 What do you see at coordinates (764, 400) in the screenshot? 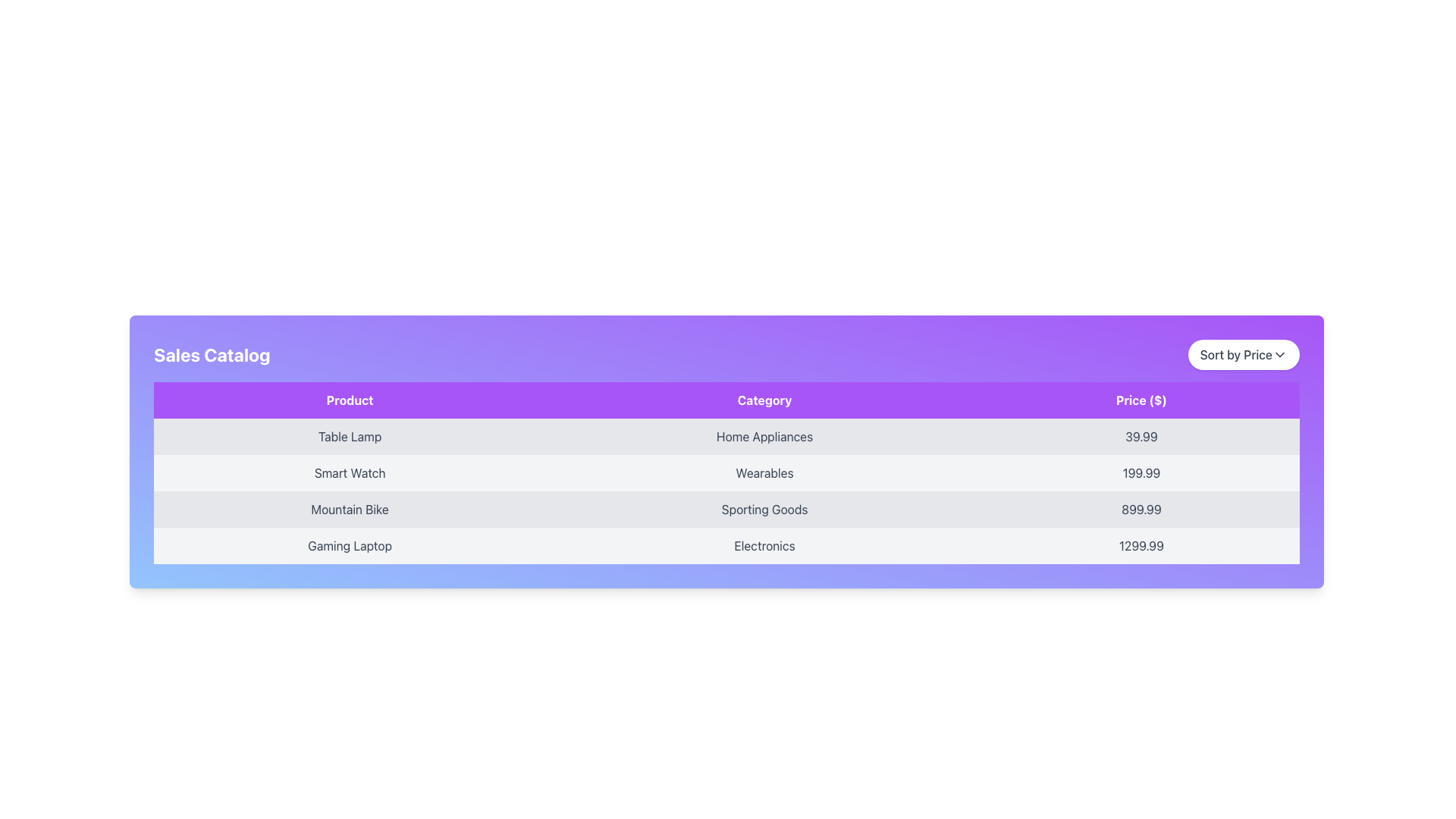
I see `the 'Category' header label in the purple-colored table header bar, which is centrally positioned between the 'Product' and 'Price ($)' headers` at bounding box center [764, 400].